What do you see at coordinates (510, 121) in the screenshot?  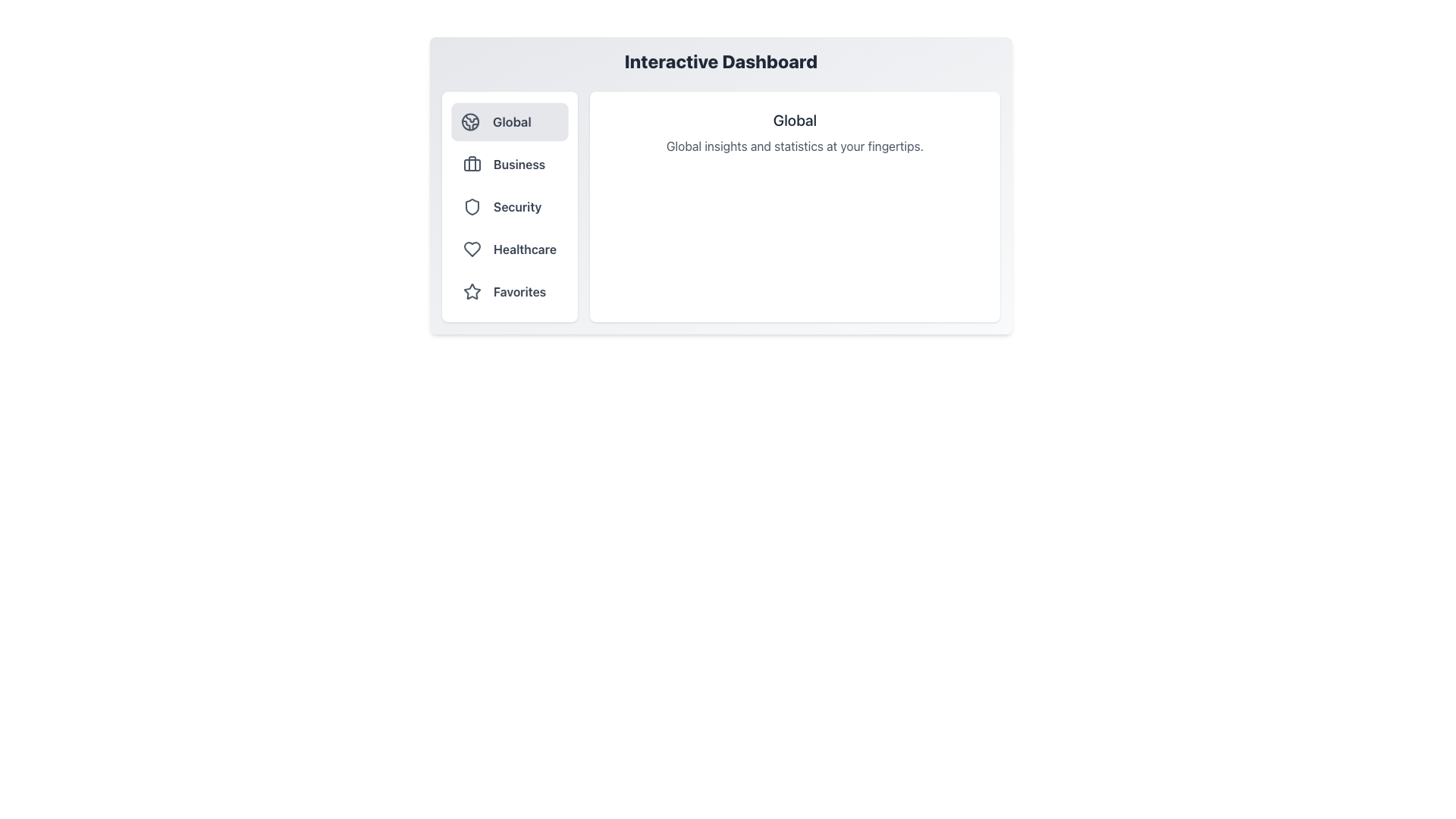 I see `the first navigation button in the side panel` at bounding box center [510, 121].